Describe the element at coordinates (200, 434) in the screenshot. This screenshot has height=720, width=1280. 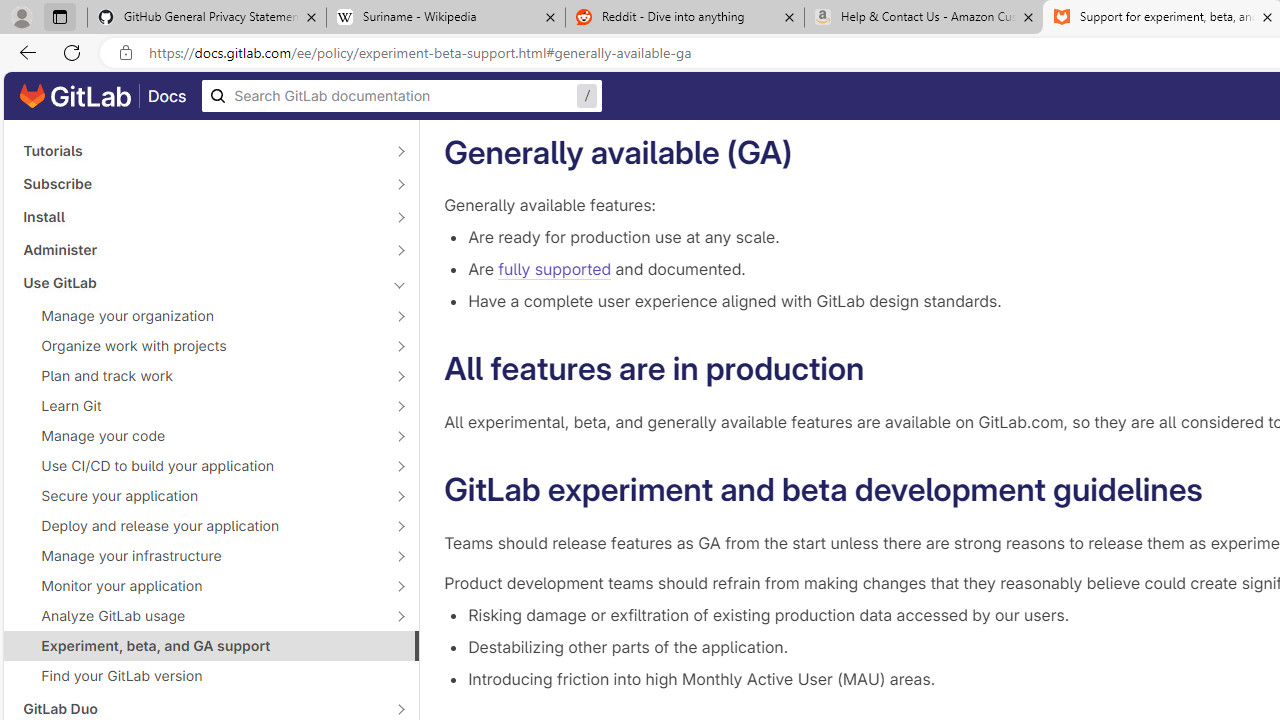
I see `'Manage your code'` at that location.